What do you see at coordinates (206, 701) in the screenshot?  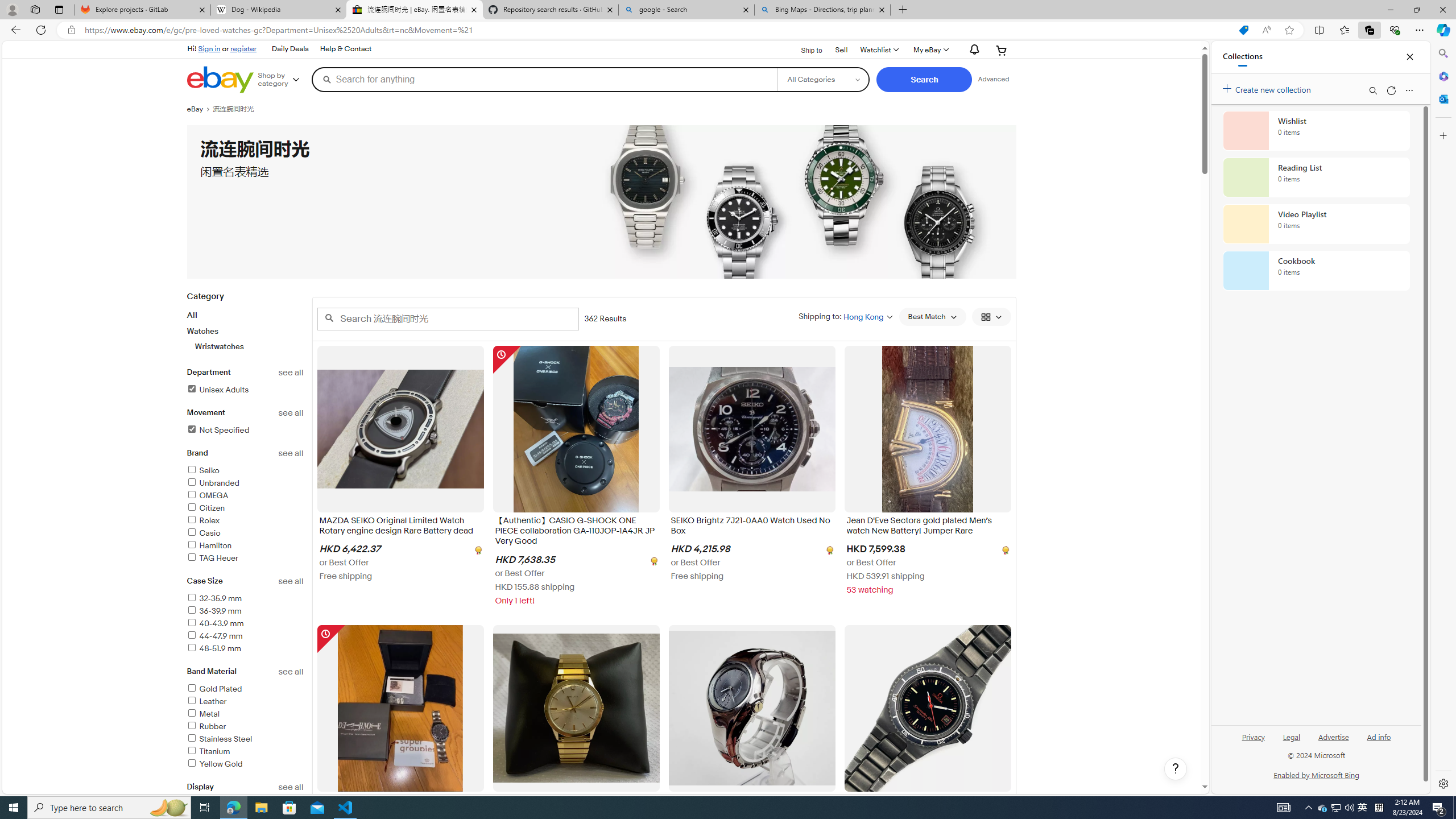 I see `'Leather'` at bounding box center [206, 701].